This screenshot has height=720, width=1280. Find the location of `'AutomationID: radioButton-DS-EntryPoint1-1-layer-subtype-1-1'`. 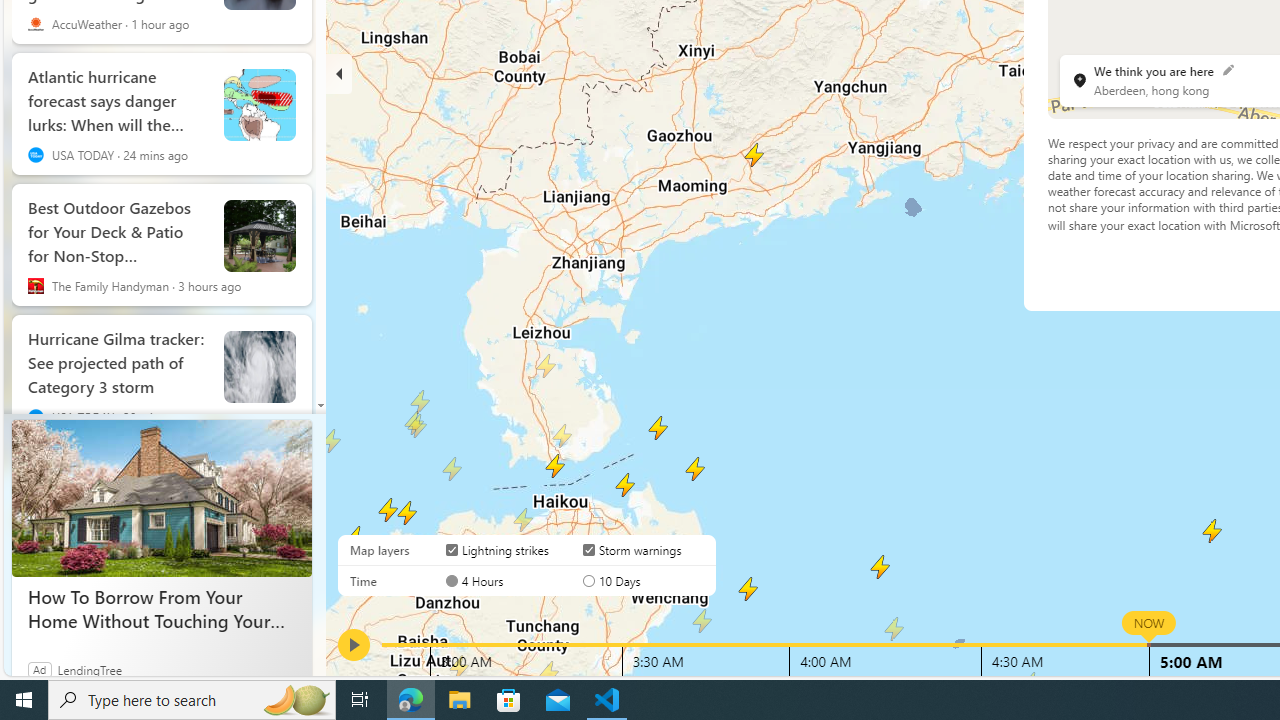

'AutomationID: radioButton-DS-EntryPoint1-1-layer-subtype-1-1' is located at coordinates (587, 581).